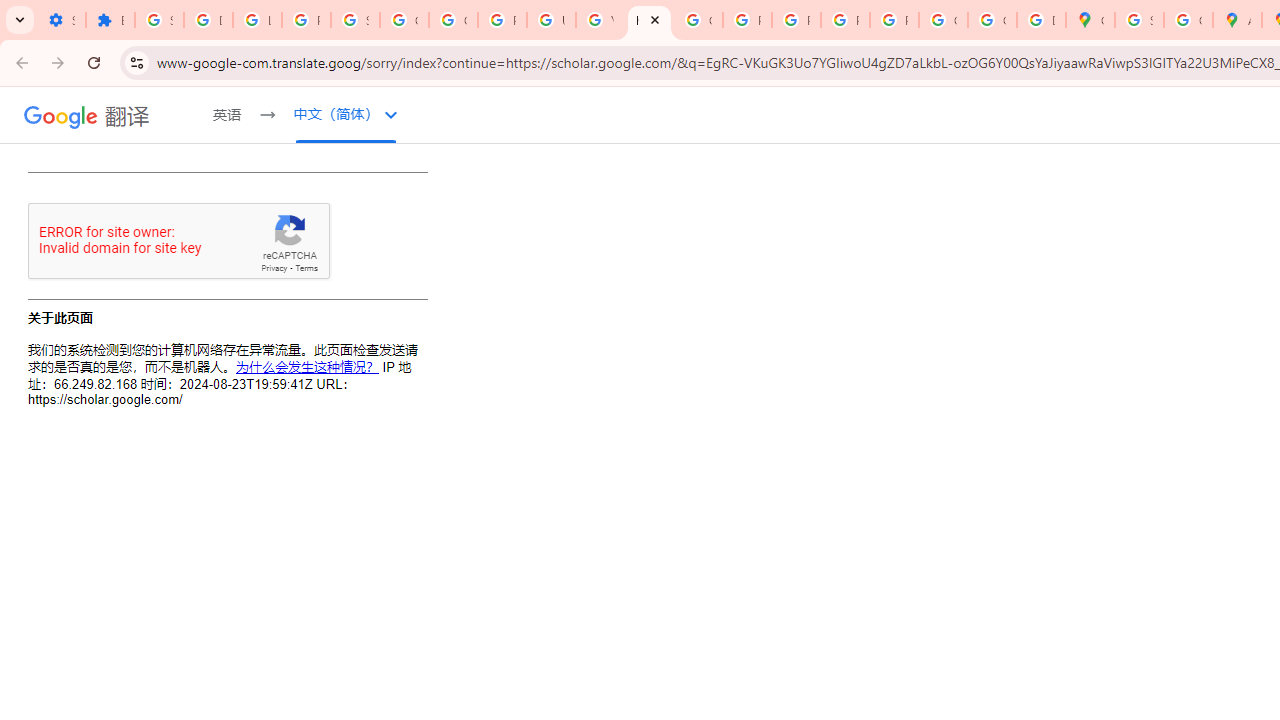  Describe the element at coordinates (403, 20) in the screenshot. I see `'Google Account Help'` at that location.